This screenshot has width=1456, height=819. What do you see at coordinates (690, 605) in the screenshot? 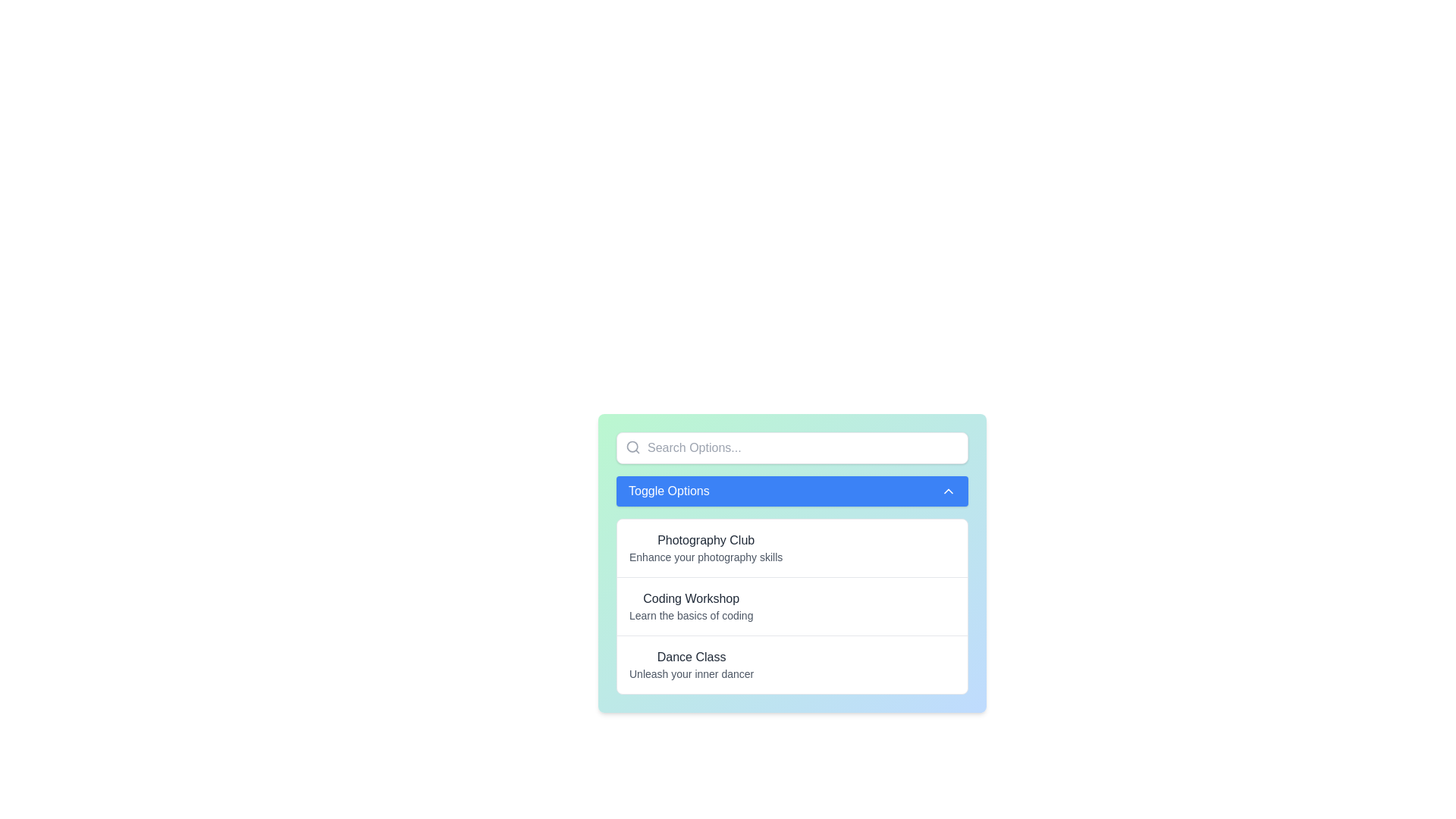
I see `the second list item with descriptive text in the interactive dropdown menu` at bounding box center [690, 605].